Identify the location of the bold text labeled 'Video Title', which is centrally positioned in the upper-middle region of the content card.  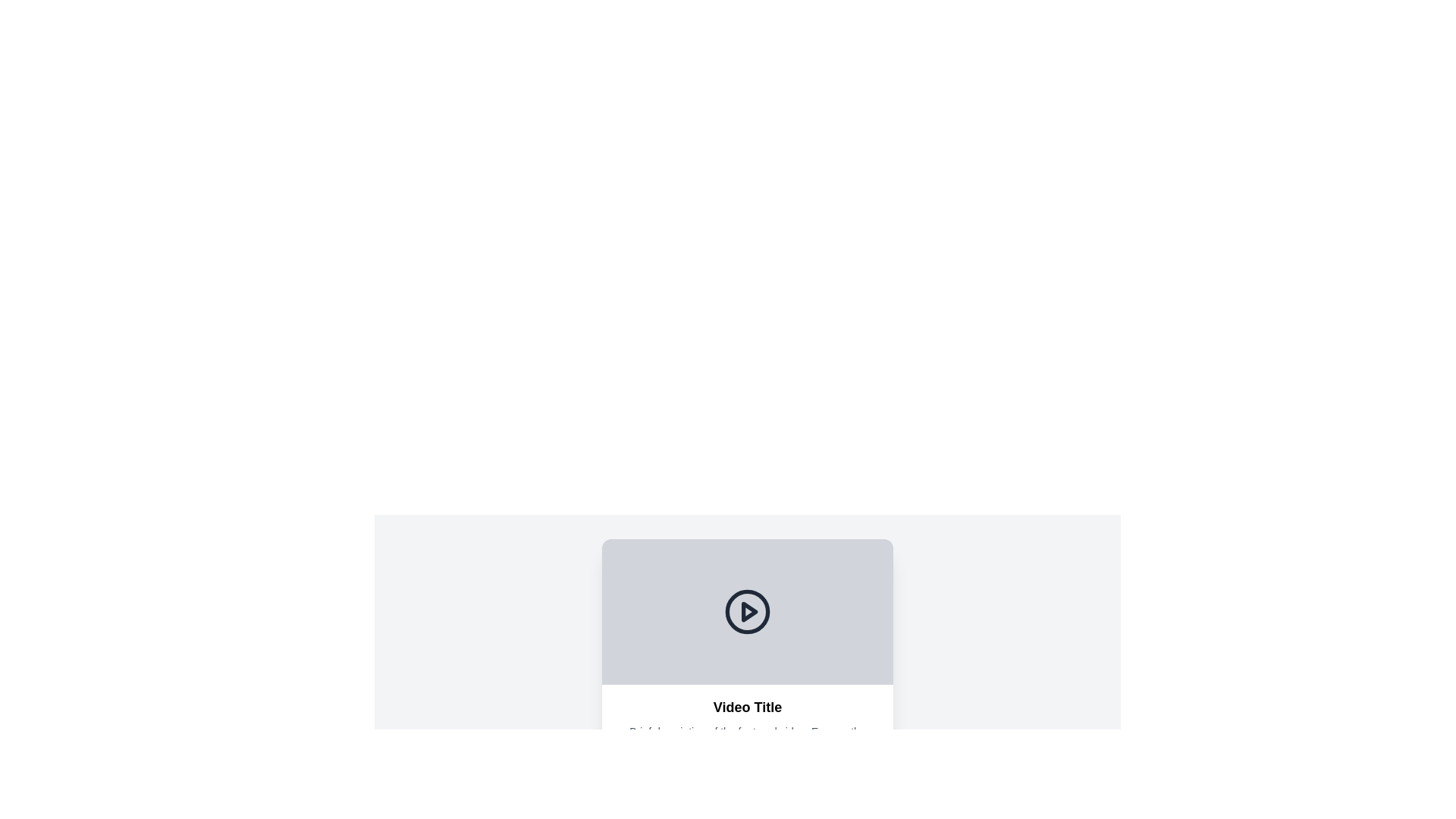
(747, 708).